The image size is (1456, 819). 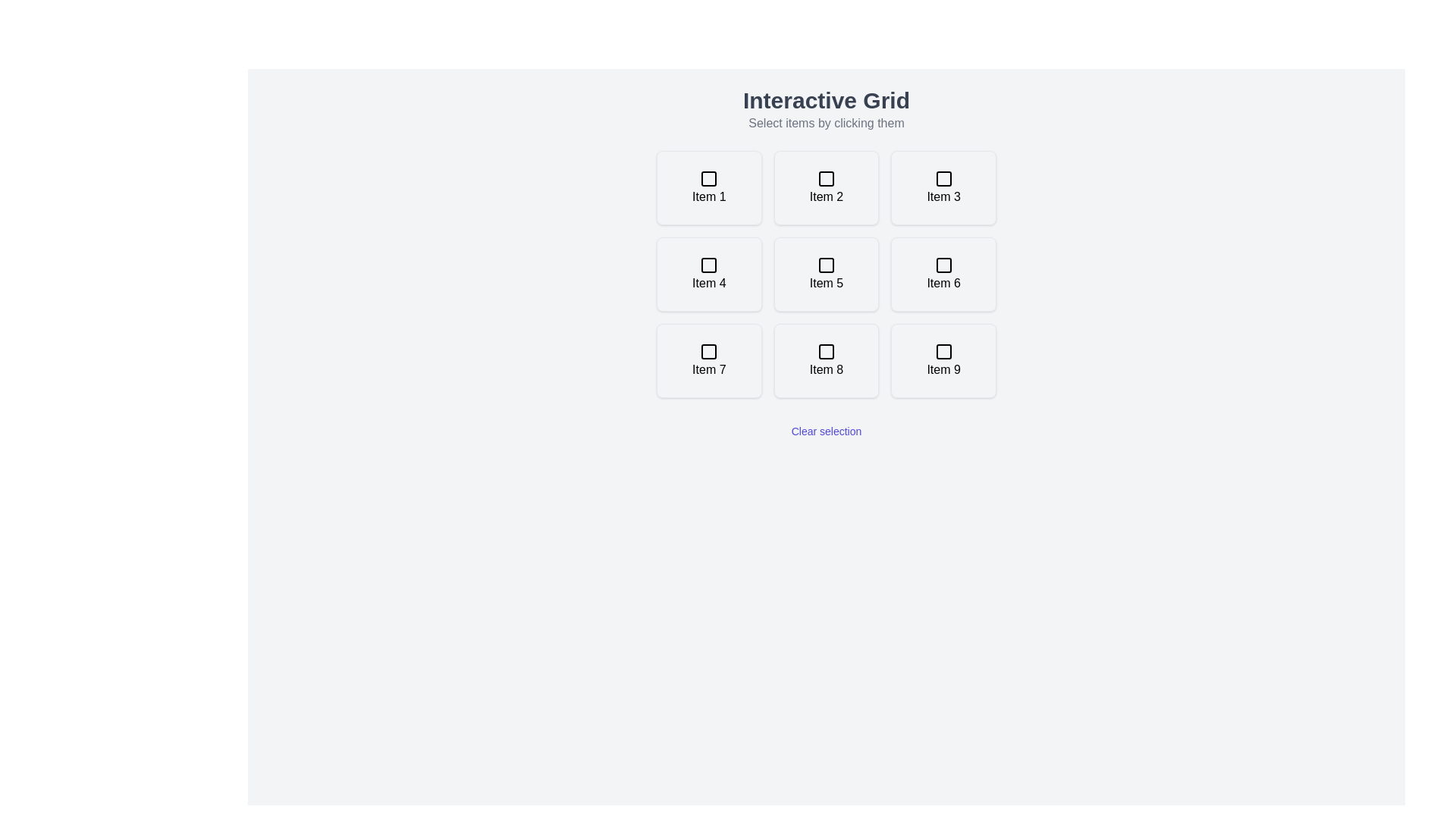 I want to click on the text label that serves as the title for the interactive grid interface, located above the text 'Select items by clicking them', so click(x=825, y=100).